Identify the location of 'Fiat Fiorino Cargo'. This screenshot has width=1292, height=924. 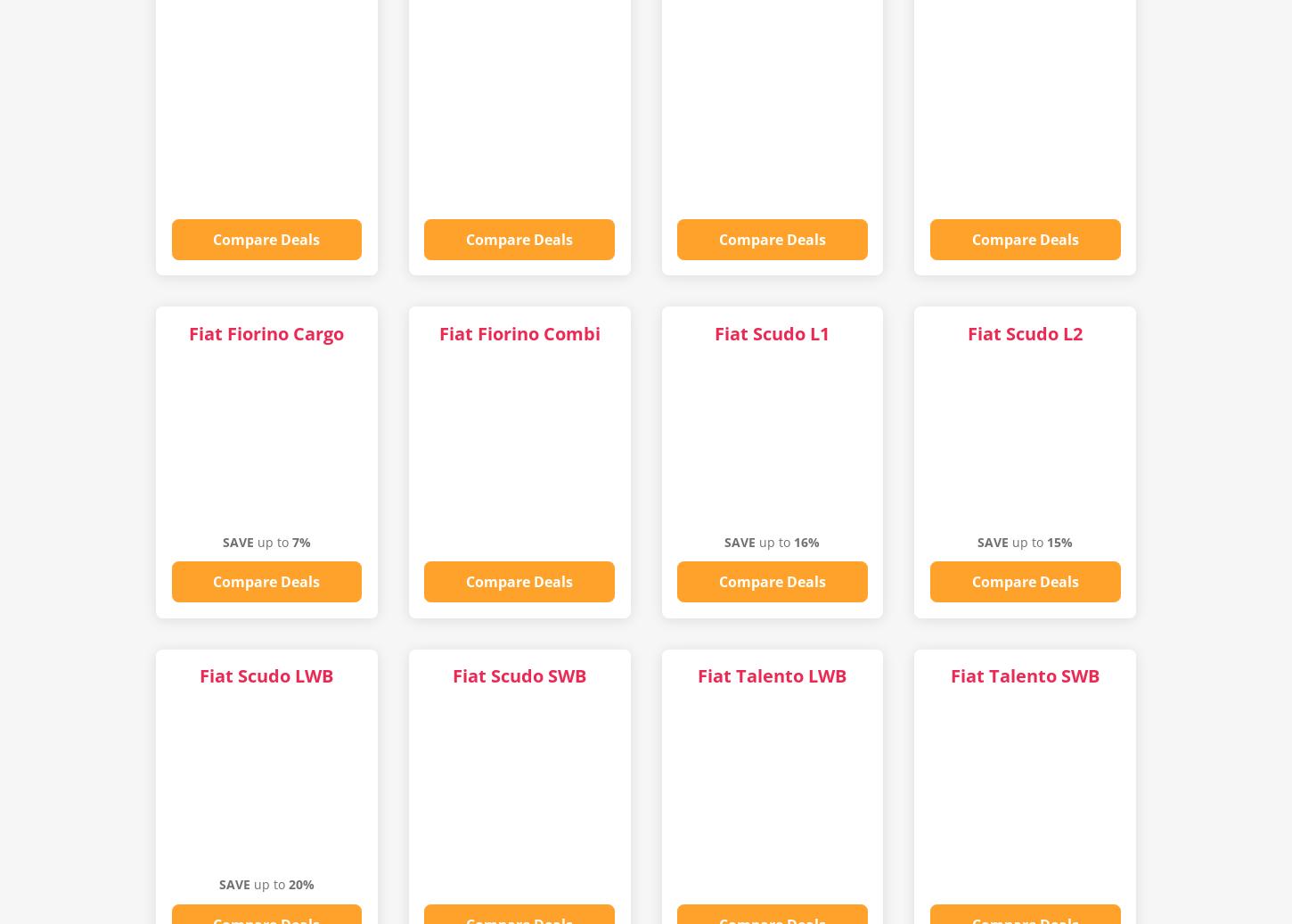
(266, 331).